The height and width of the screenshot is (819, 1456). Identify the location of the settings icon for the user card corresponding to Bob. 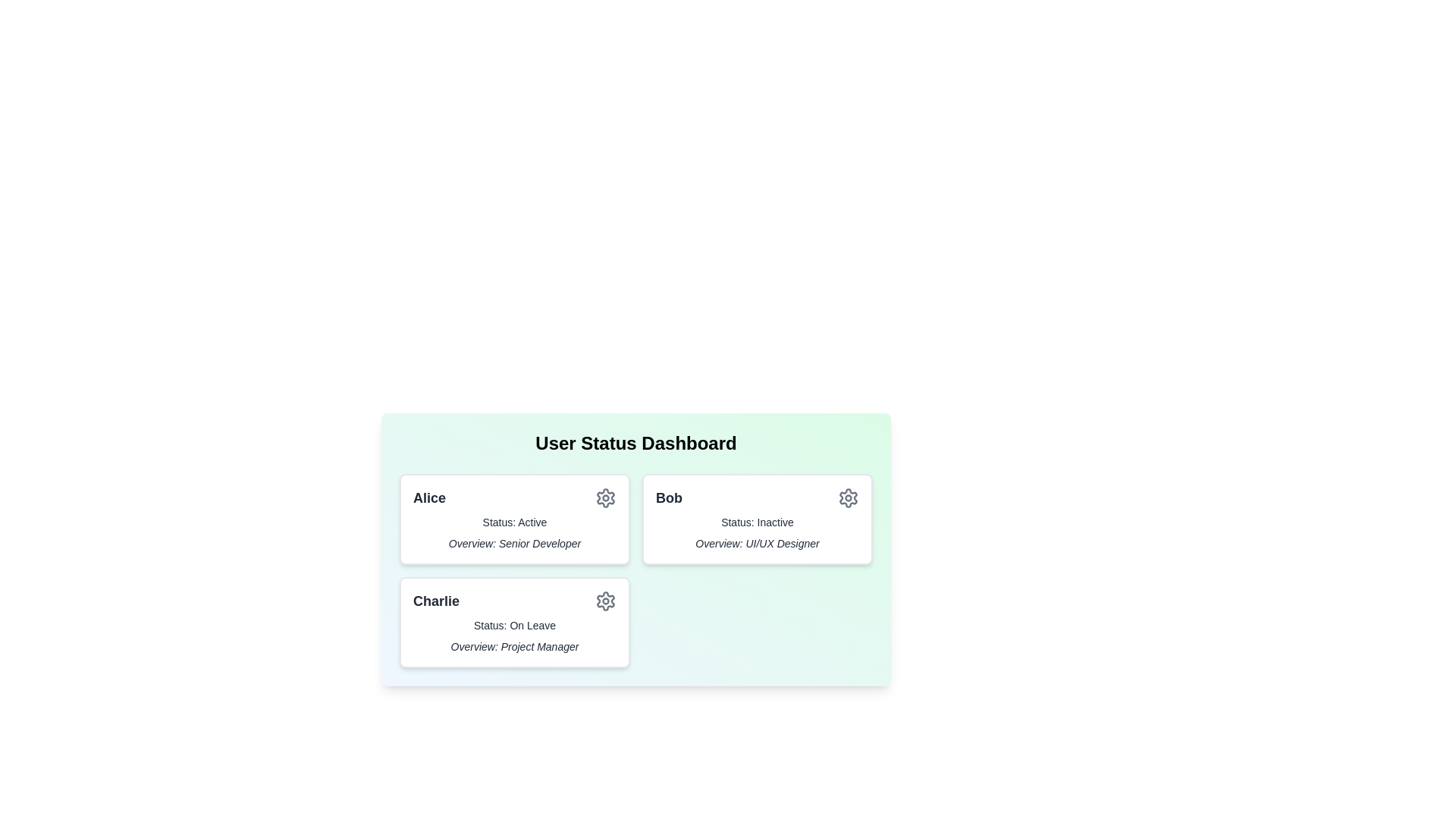
(847, 497).